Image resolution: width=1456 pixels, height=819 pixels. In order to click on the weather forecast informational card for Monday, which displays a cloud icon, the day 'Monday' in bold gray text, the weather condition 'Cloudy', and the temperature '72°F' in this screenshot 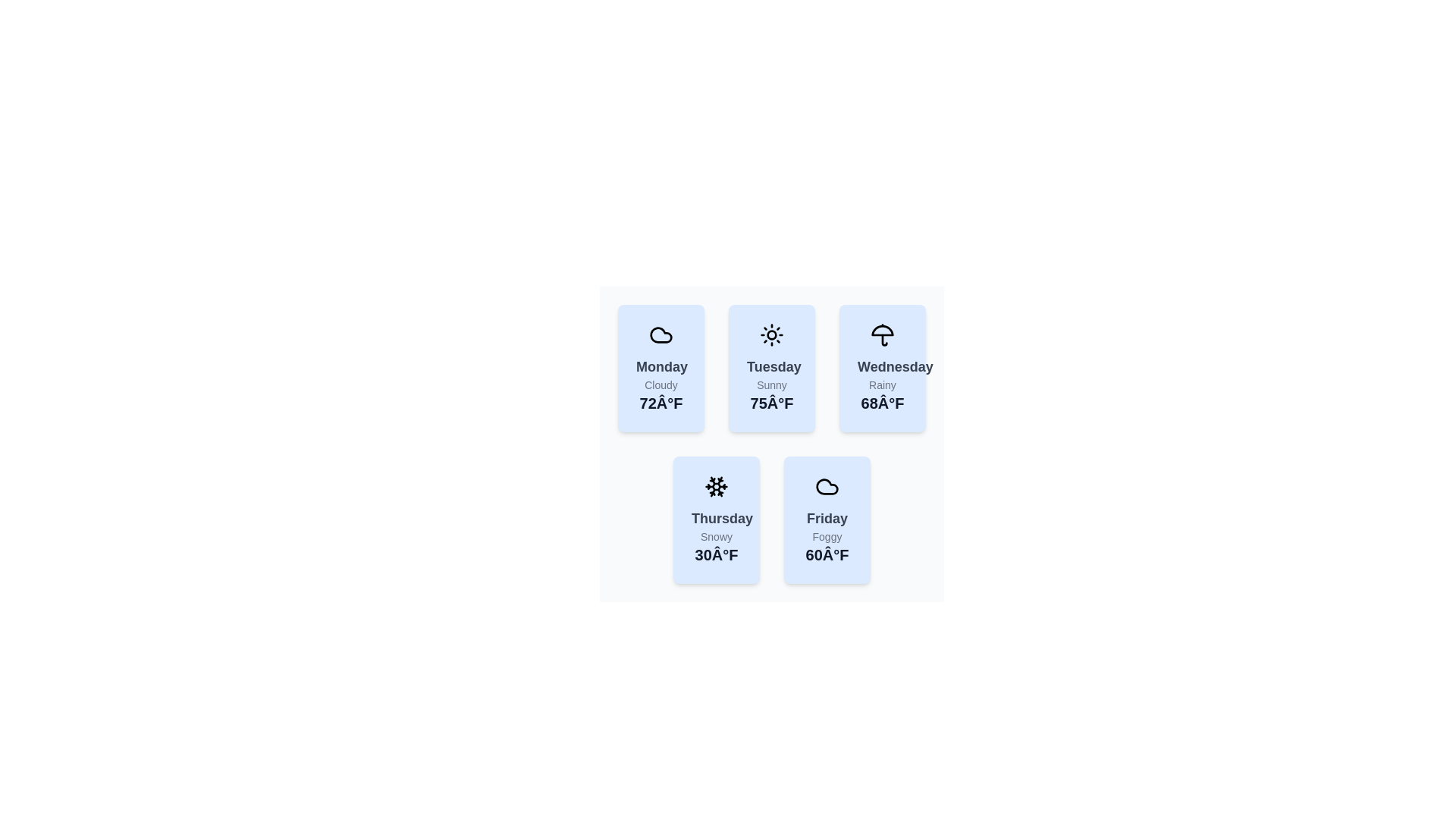, I will do `click(661, 369)`.